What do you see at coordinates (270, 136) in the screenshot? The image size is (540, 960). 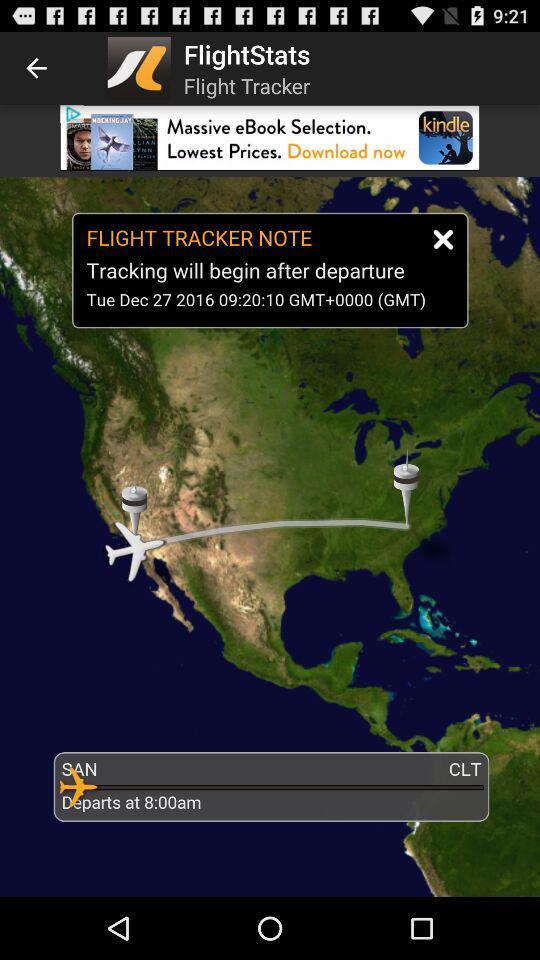 I see `open app download link` at bounding box center [270, 136].